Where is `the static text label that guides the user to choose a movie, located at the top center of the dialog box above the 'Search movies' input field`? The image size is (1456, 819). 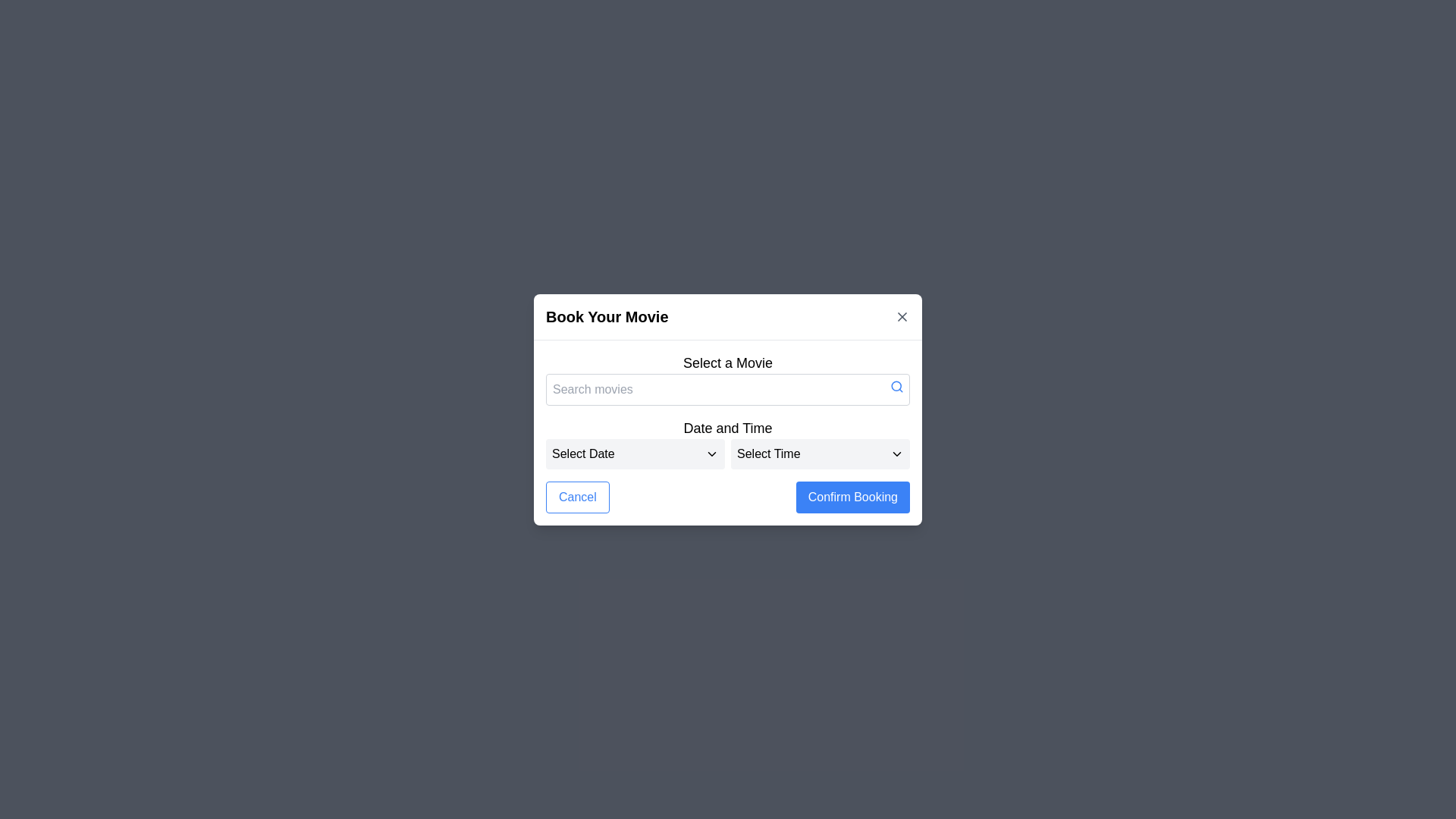 the static text label that guides the user to choose a movie, located at the top center of the dialog box above the 'Search movies' input field is located at coordinates (728, 362).